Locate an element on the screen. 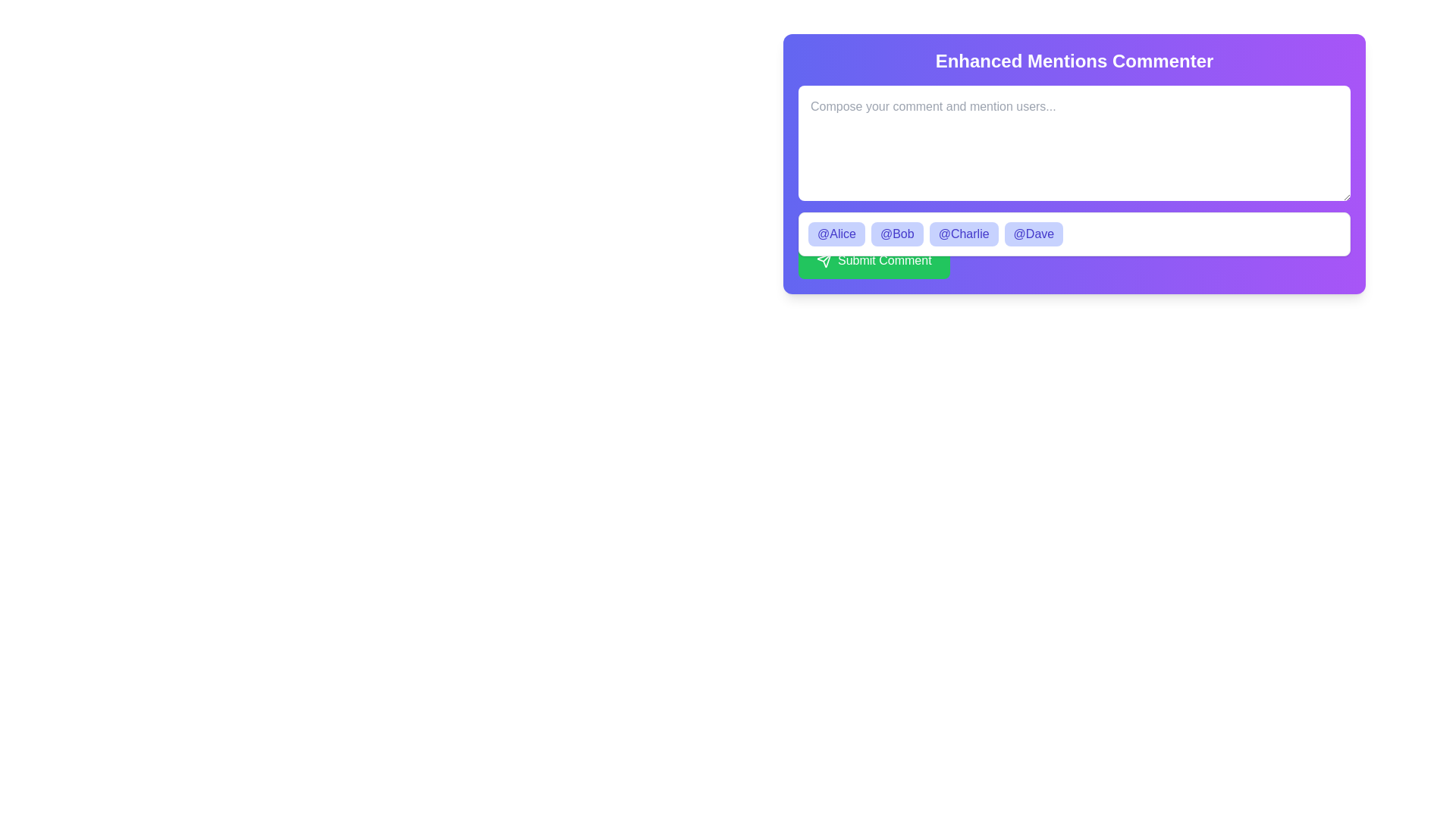 This screenshot has height=819, width=1456. the clickable text label '@Dave', which is styled with a rounded rectangle shape and located in the suggestions dropdown under the text input box is located at coordinates (1033, 234).